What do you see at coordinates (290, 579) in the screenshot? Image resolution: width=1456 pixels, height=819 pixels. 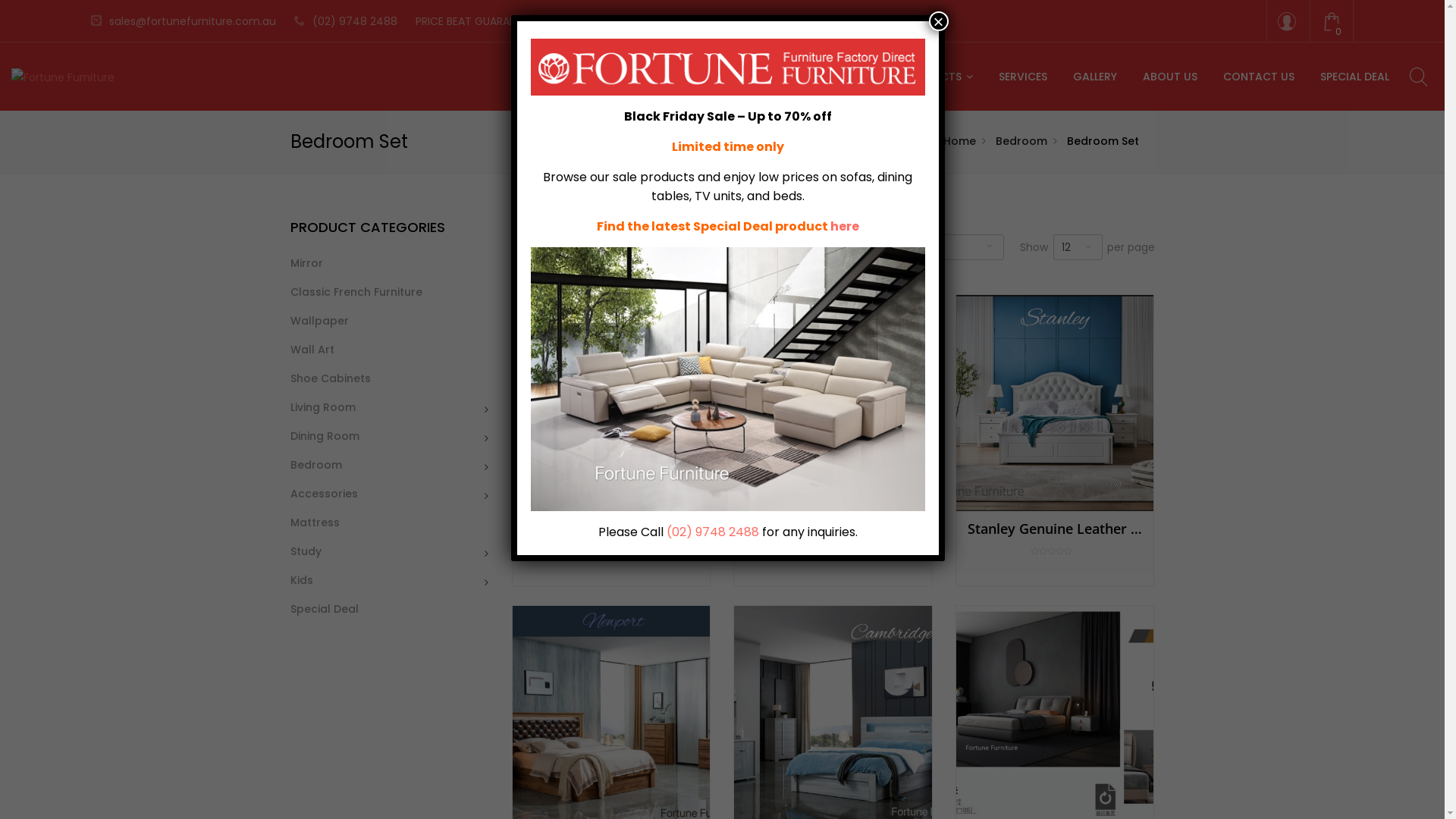 I see `'Kids'` at bounding box center [290, 579].